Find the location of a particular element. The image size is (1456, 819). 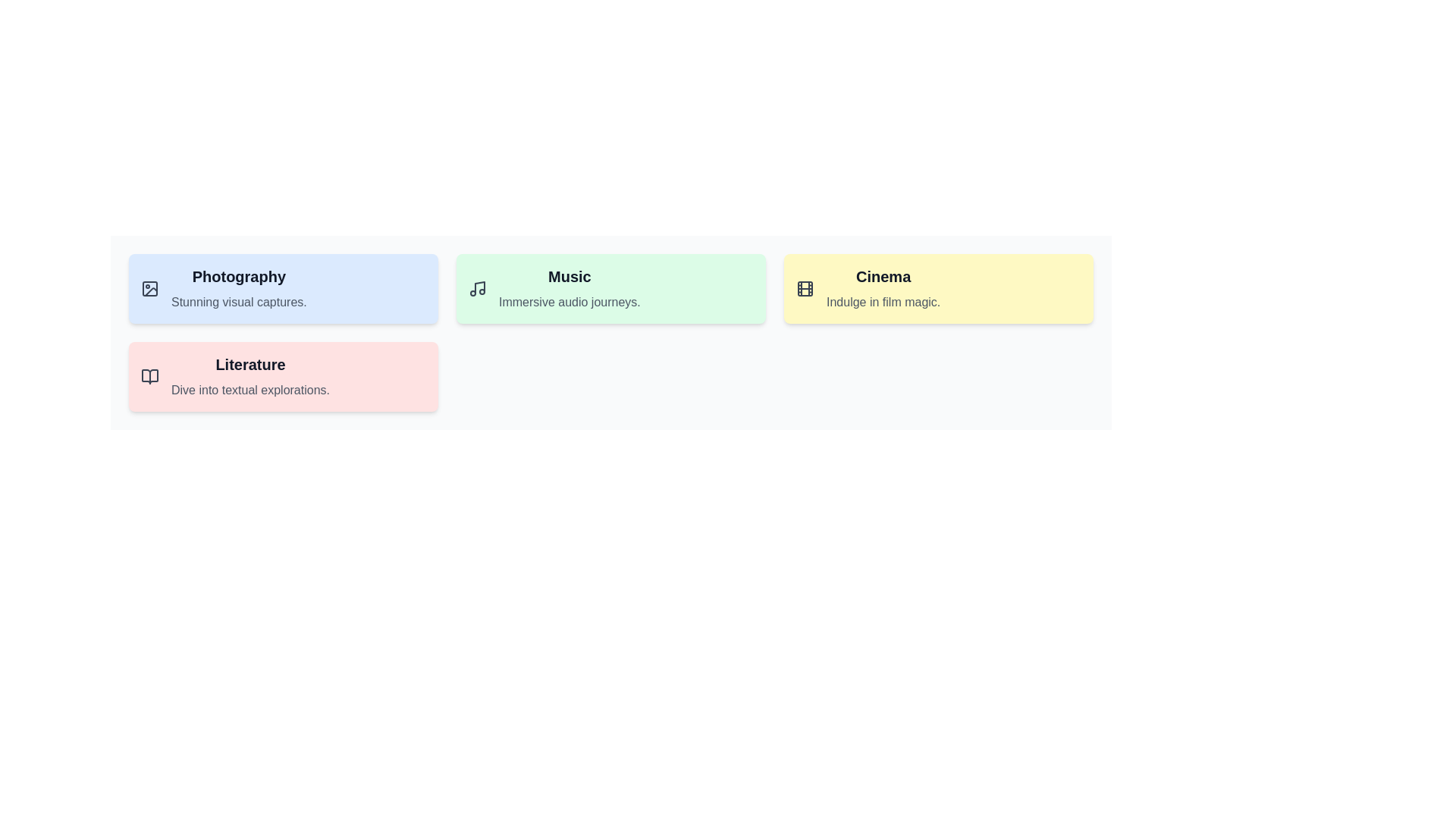

text label that serves as the header for the light blue rectangular card, located in the upper left corner and above the caption 'Stunning visual captures.' is located at coordinates (238, 277).